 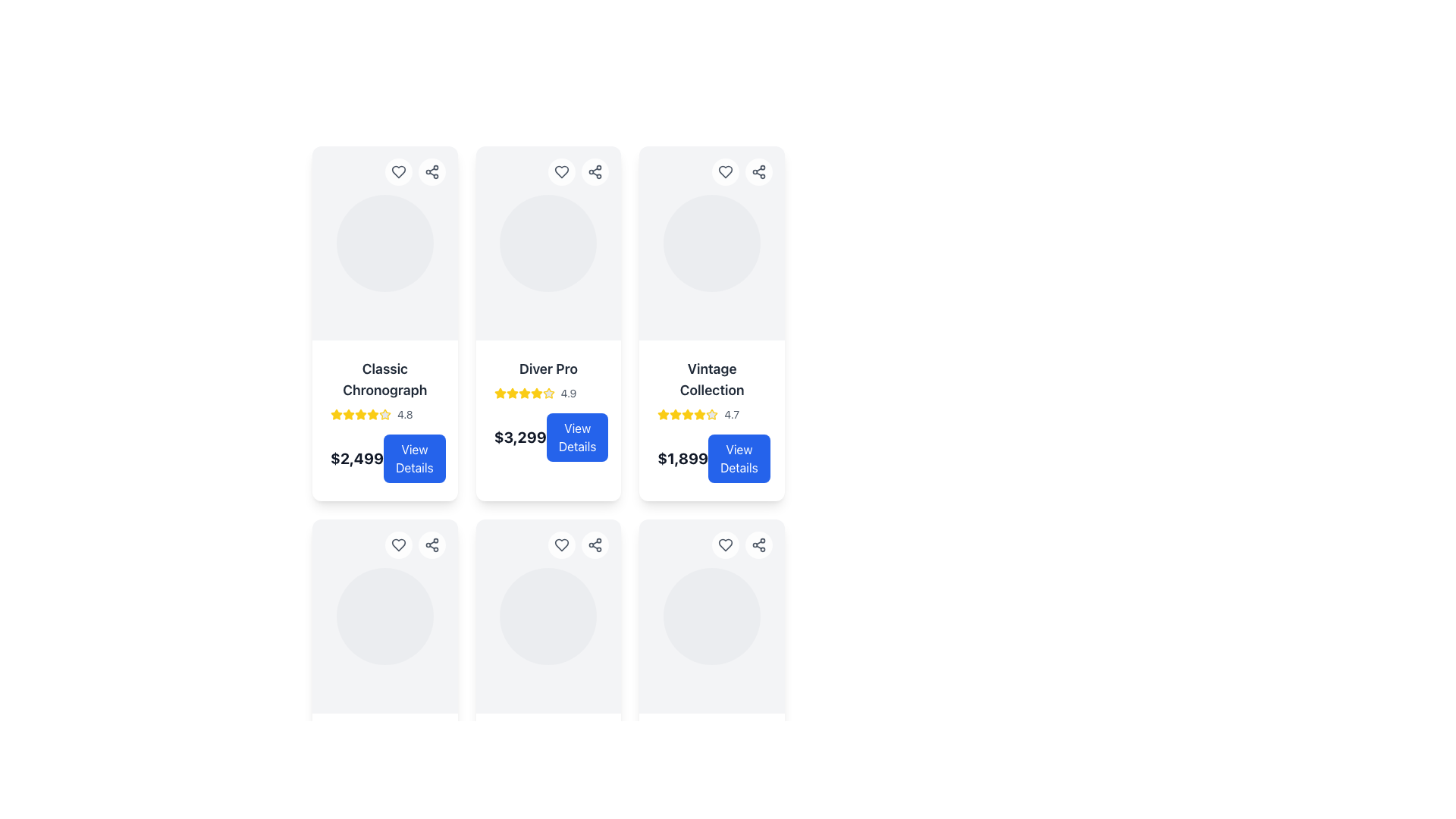 What do you see at coordinates (398, 171) in the screenshot?
I see `the button located in the top-right corner of the 'Classic Chronograph' product card to change the icon color` at bounding box center [398, 171].